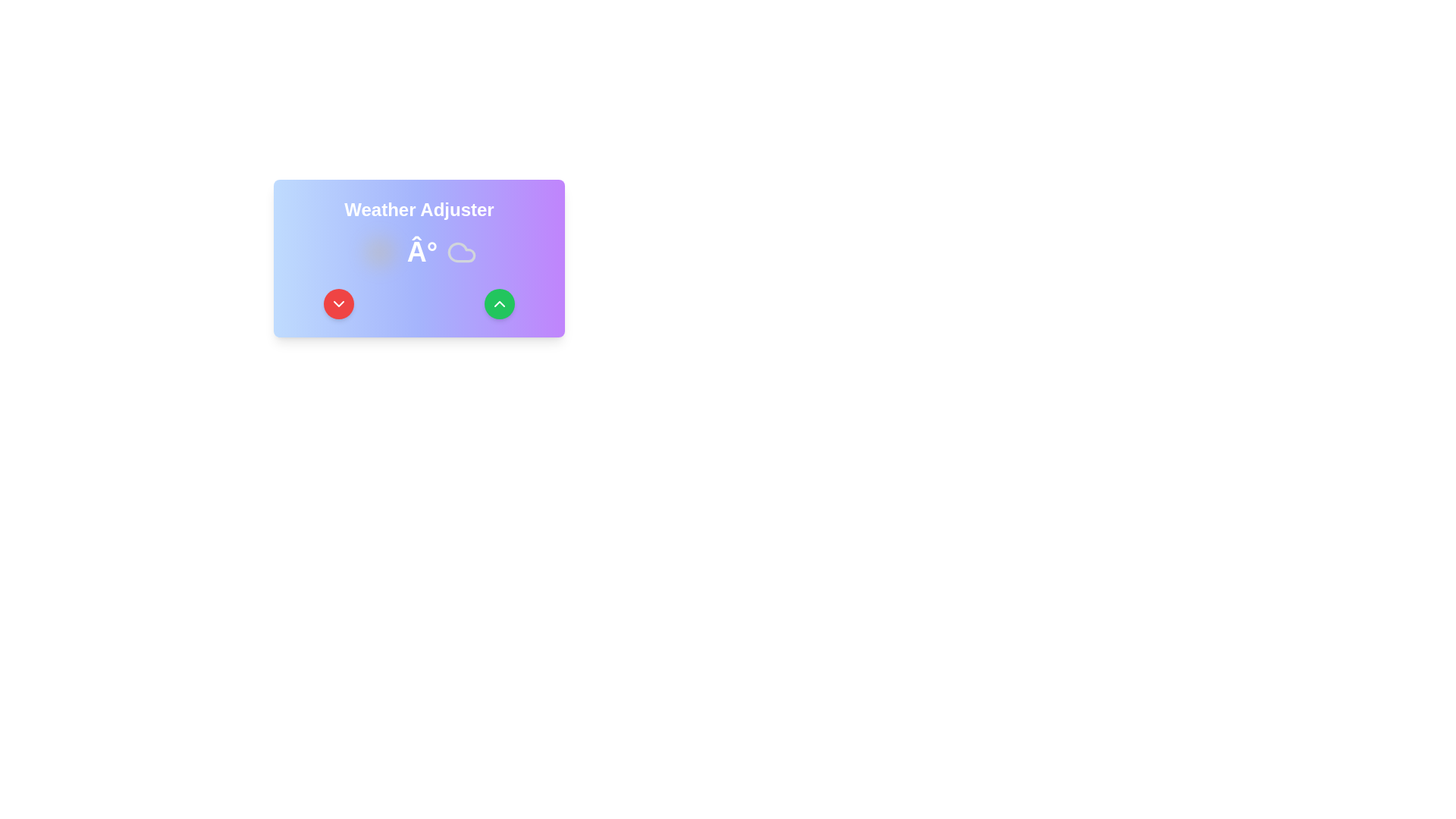 Image resolution: width=1456 pixels, height=819 pixels. I want to click on the static text label displaying the symbol 'Â°', which is prominently rendered in a large font size on a gradient background, located centrally within the 'Weather Adjuster' widget, so click(422, 251).